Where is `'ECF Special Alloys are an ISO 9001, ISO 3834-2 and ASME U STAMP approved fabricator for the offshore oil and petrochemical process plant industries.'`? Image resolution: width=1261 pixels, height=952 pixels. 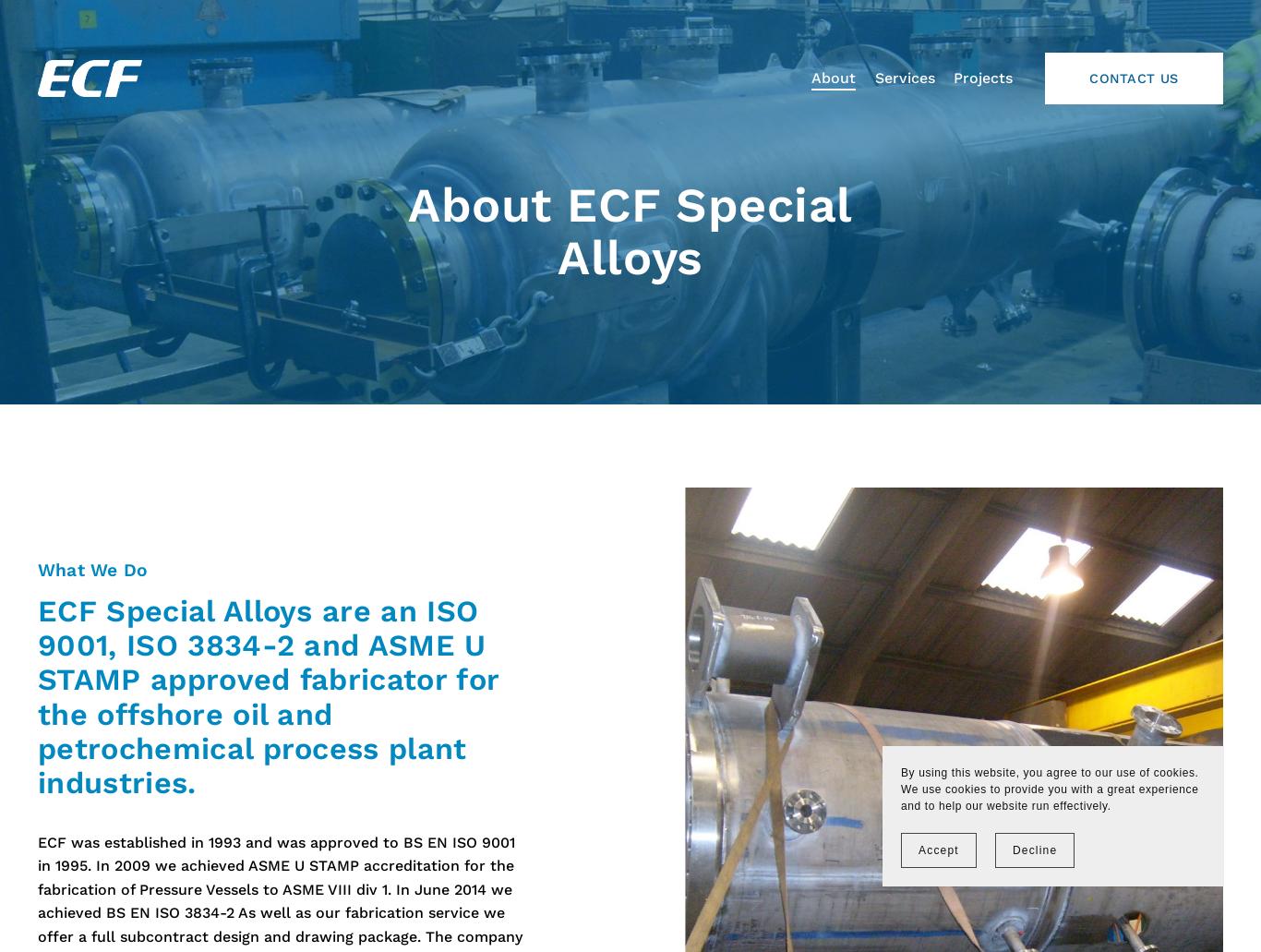
'ECF Special Alloys are an ISO 9001, ISO 3834-2 and ASME U STAMP approved fabricator for the offshore oil and petrochemical process plant industries.' is located at coordinates (37, 695).